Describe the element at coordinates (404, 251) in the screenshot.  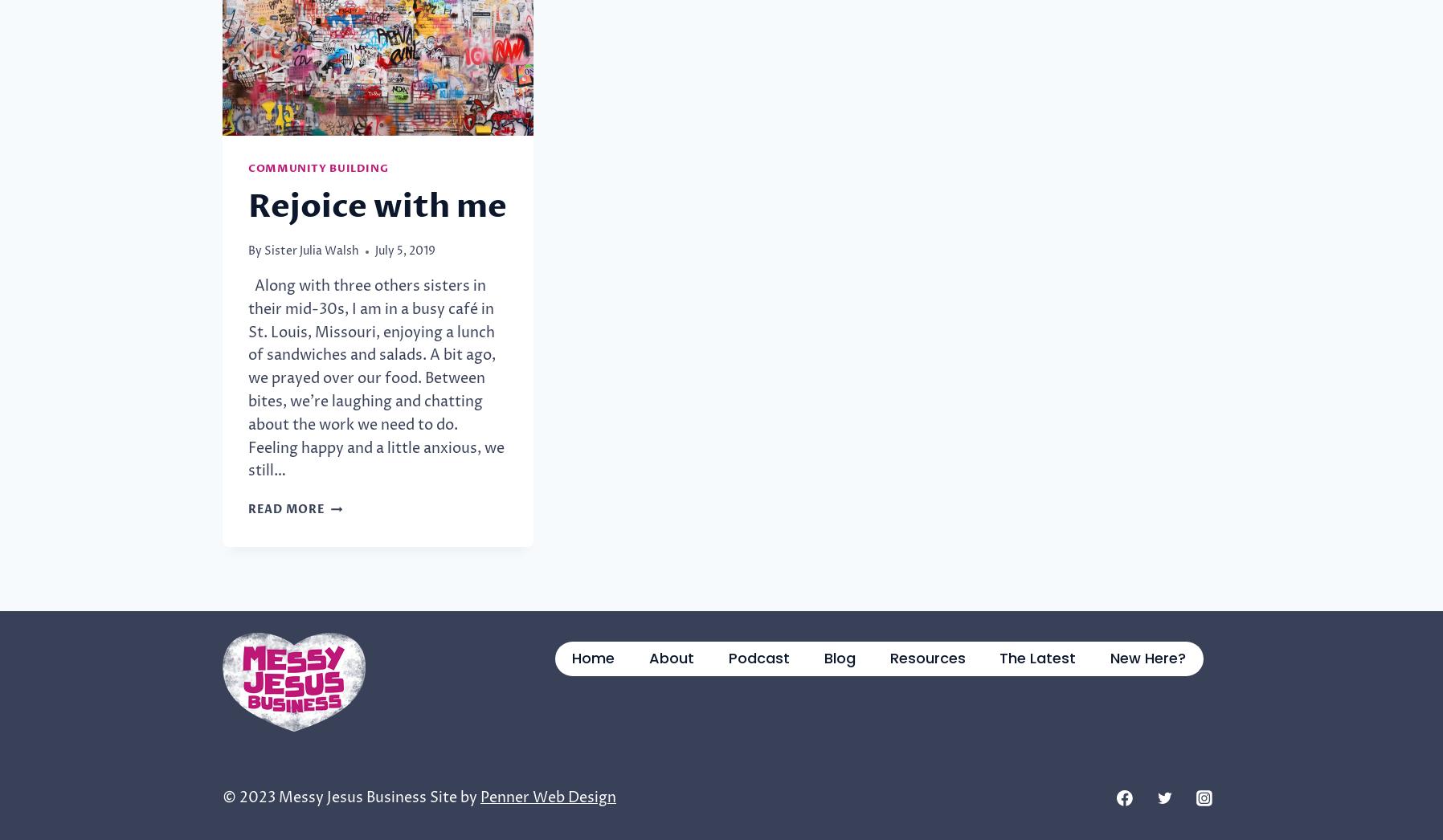
I see `'July 5, 2019'` at that location.